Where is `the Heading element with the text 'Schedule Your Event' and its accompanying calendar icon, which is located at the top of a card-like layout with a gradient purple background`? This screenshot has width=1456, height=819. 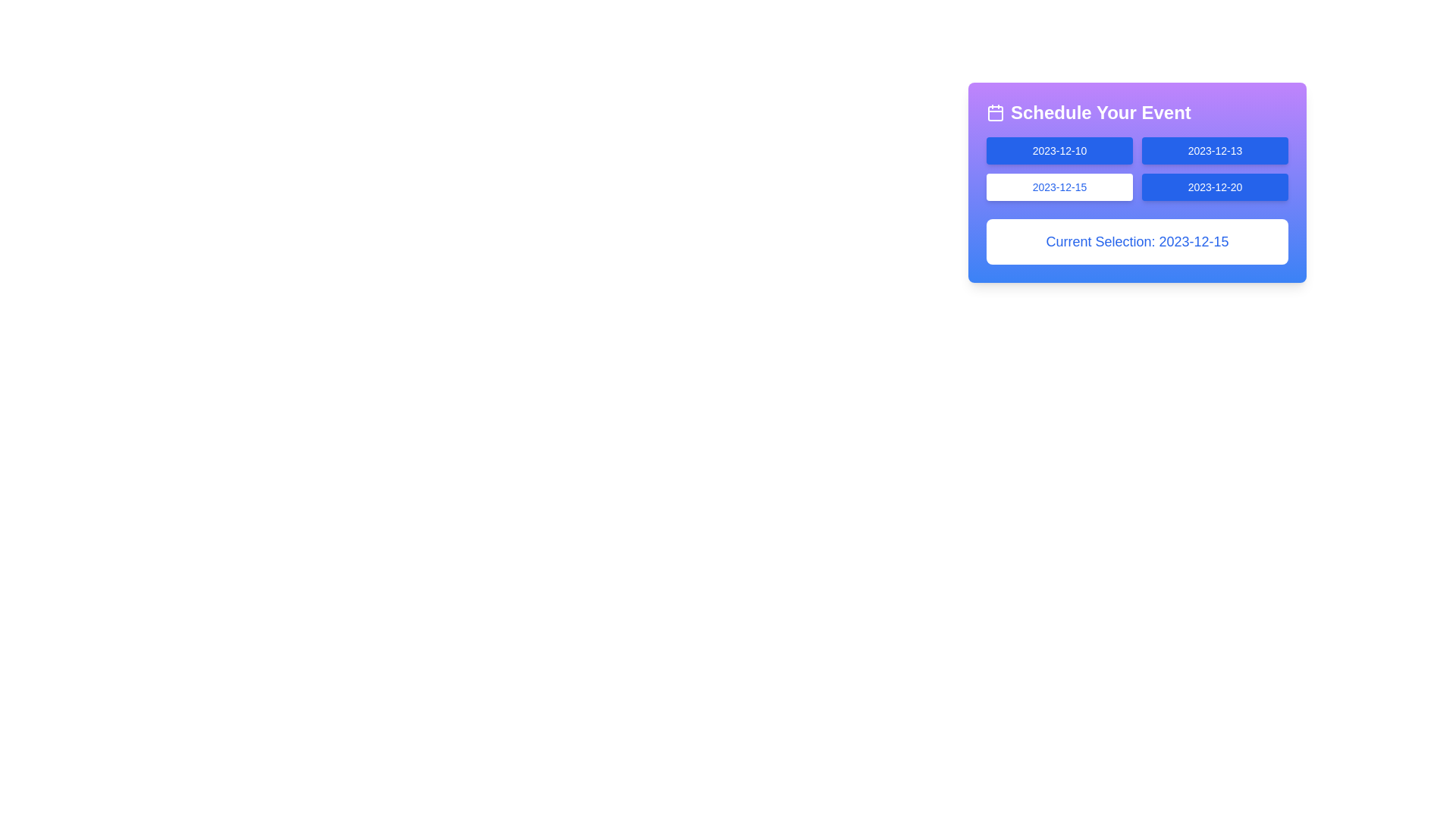
the Heading element with the text 'Schedule Your Event' and its accompanying calendar icon, which is located at the top of a card-like layout with a gradient purple background is located at coordinates (1137, 112).